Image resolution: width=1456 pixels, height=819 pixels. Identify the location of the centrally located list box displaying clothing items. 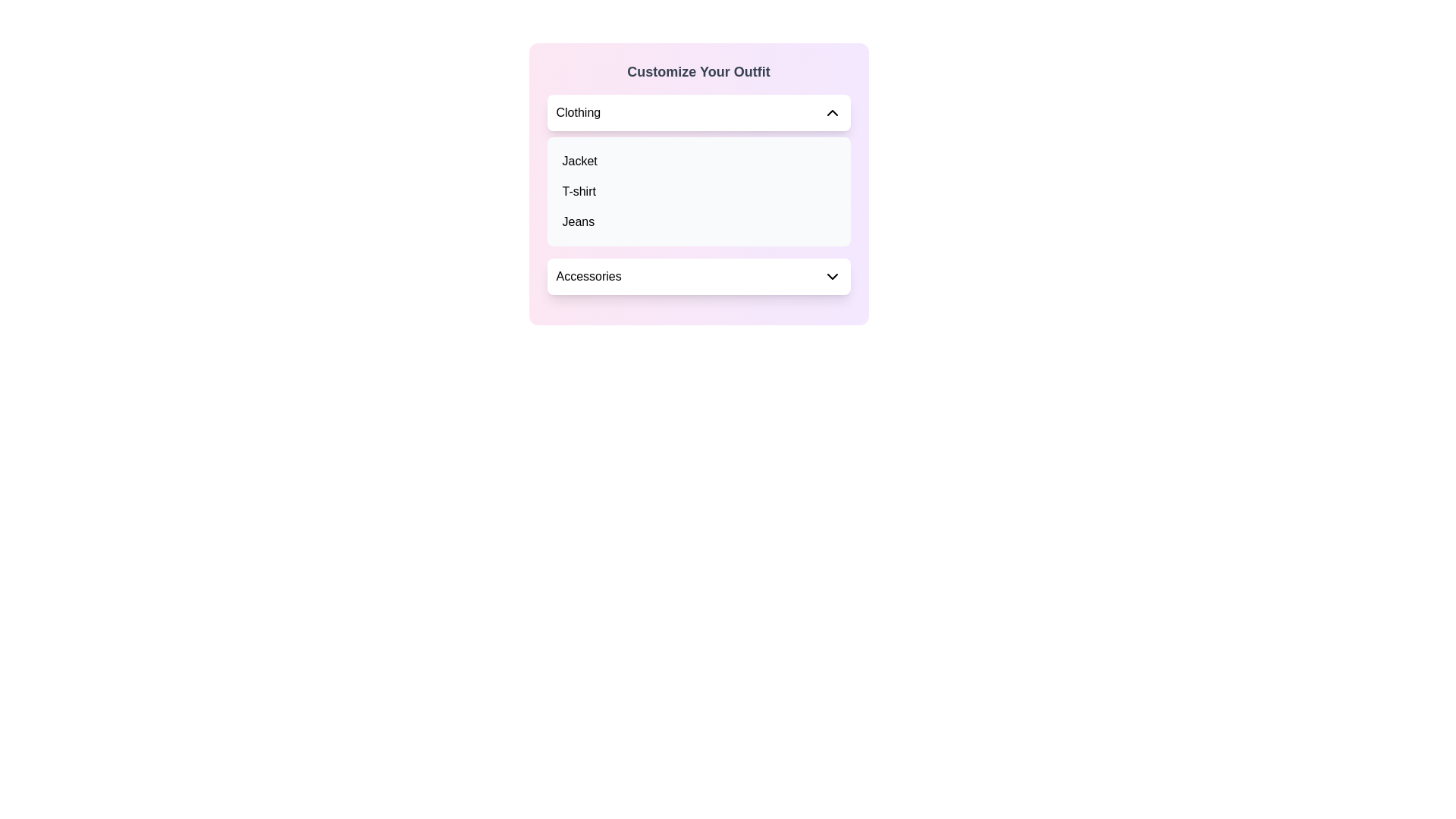
(698, 191).